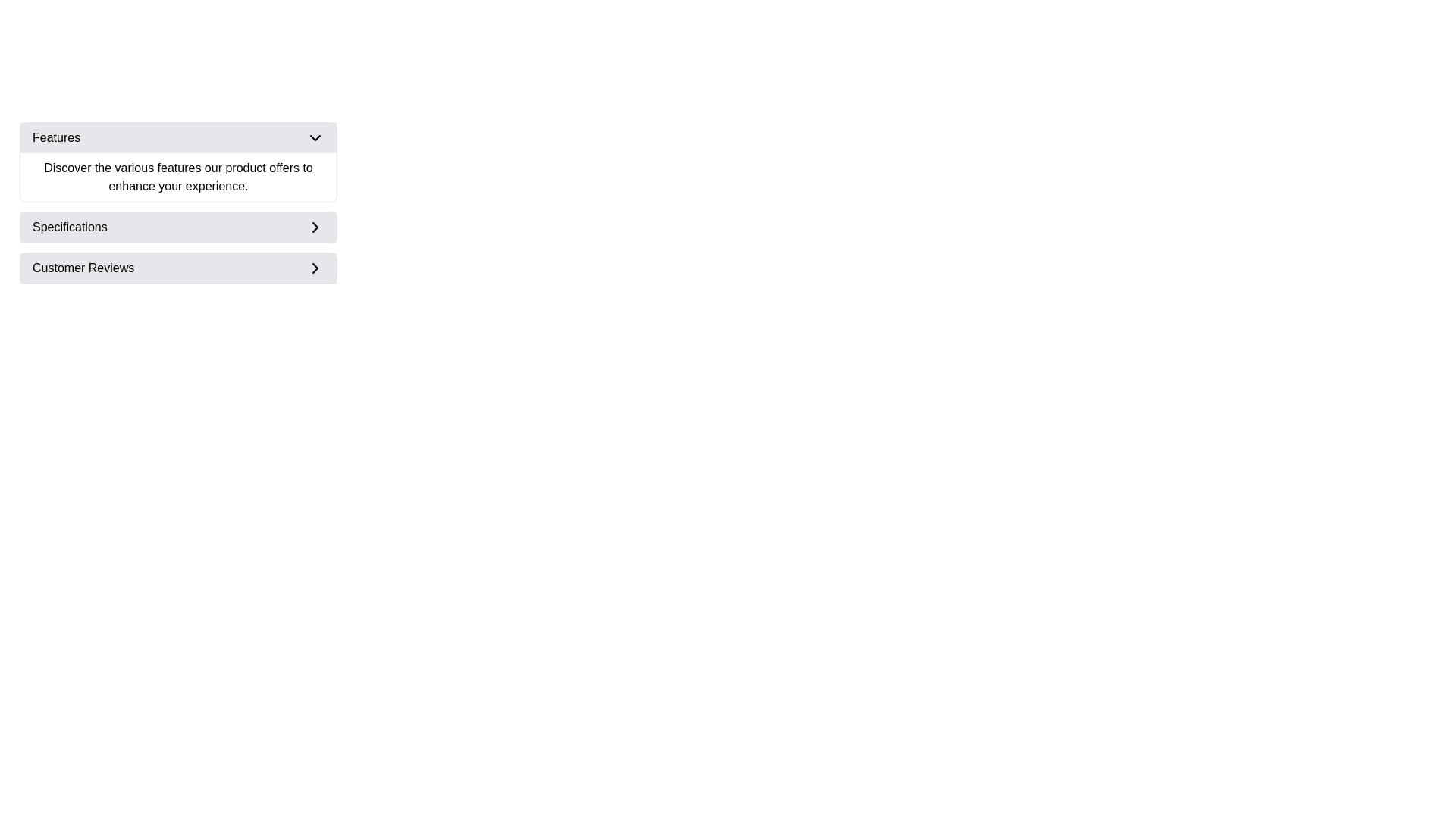  What do you see at coordinates (315, 227) in the screenshot?
I see `the chevron icon located at the far right of the 'Specifications' bar` at bounding box center [315, 227].